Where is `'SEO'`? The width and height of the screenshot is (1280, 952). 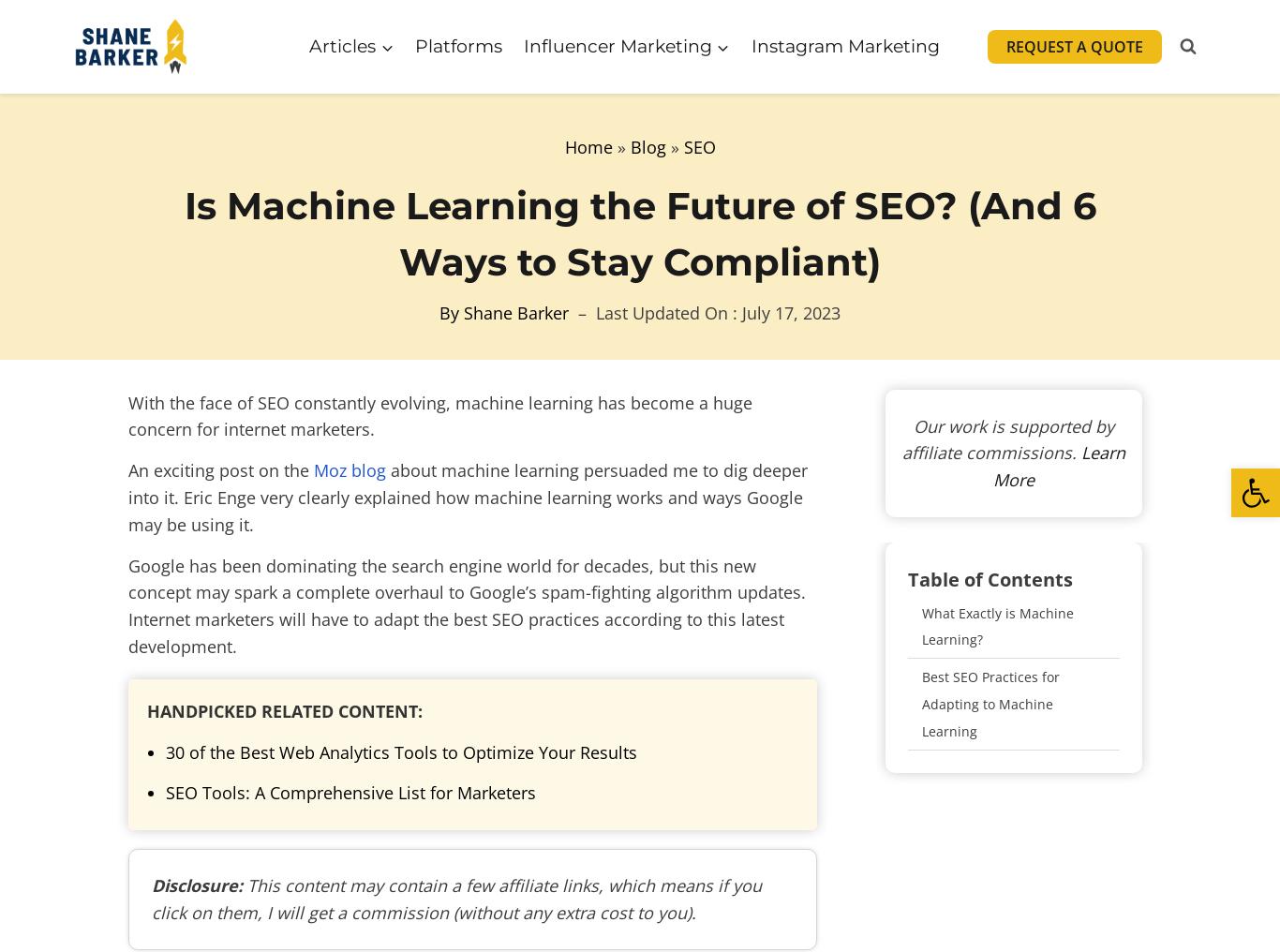
'SEO' is located at coordinates (698, 145).